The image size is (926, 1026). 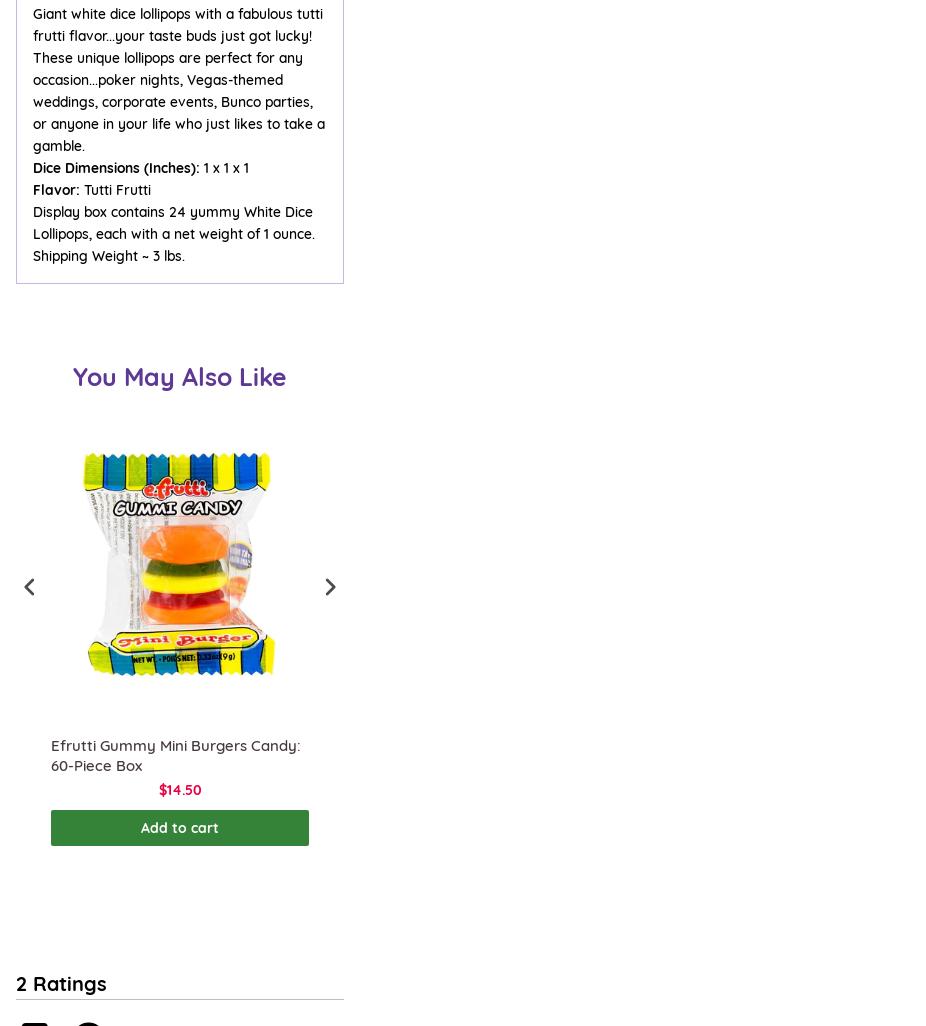 What do you see at coordinates (56, 317) in the screenshot?
I see `'Resources'` at bounding box center [56, 317].